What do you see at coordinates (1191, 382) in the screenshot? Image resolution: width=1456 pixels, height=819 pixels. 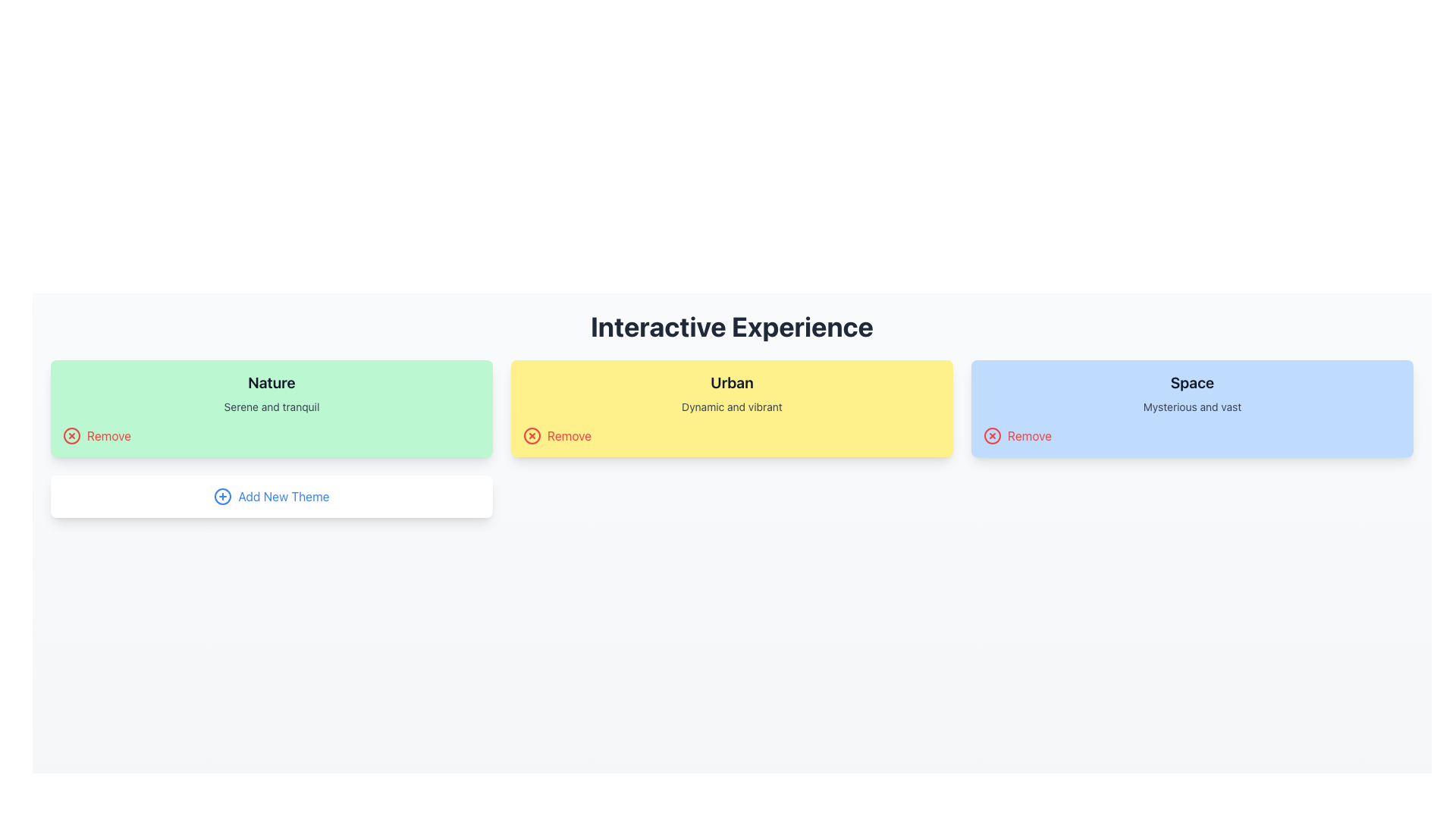 I see `the text label containing 'Space' styled in bold, large, black font against a light blue background, located at the top center of the rightmost card in a three-card layout` at bounding box center [1191, 382].